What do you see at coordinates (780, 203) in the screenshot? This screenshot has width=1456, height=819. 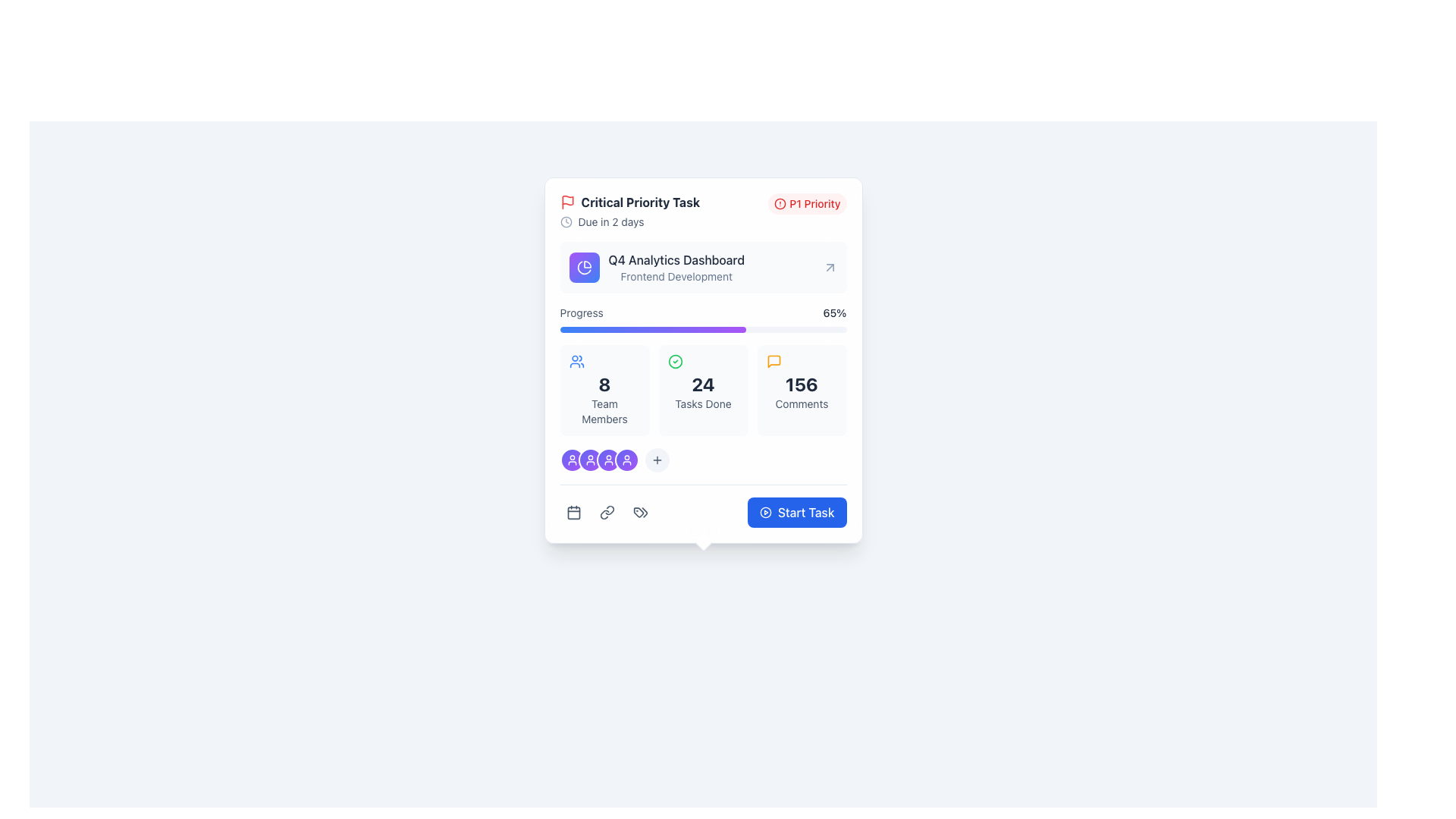 I see `the SVG Circle element that enhances the visual representation of the 'P1 Priority' label, emphasizing urgency` at bounding box center [780, 203].